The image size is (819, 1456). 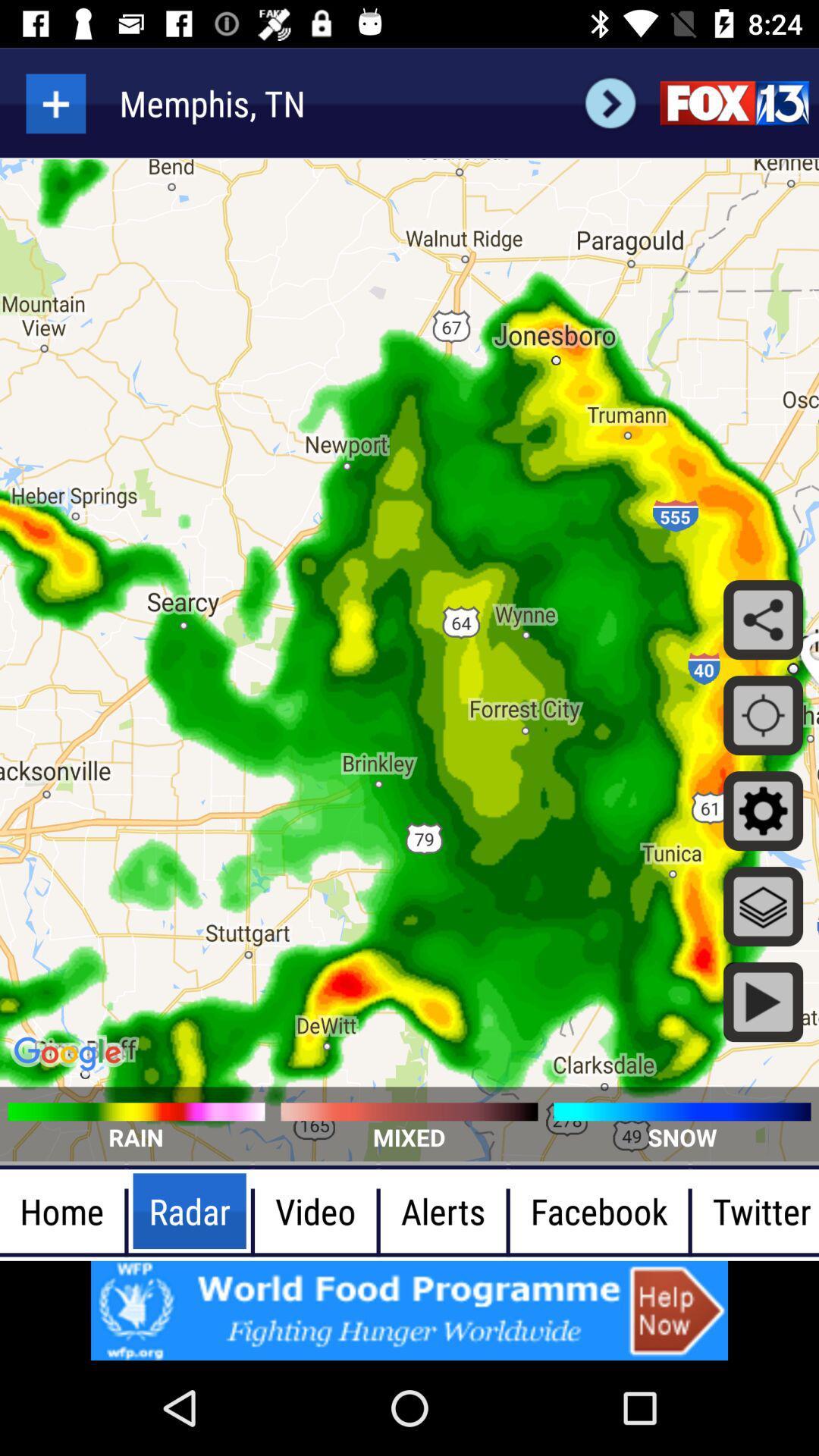 I want to click on expand, so click(x=55, y=102).